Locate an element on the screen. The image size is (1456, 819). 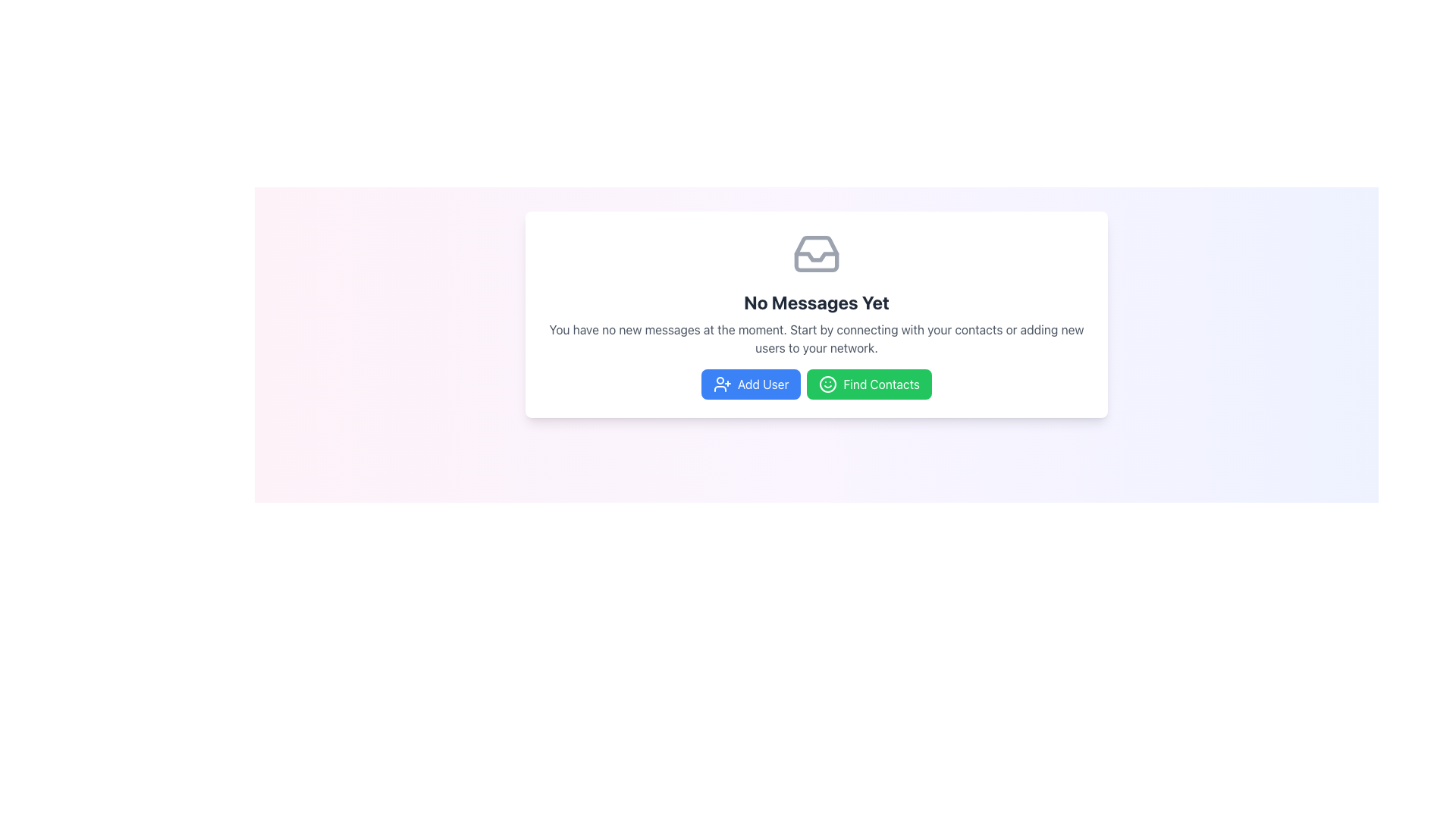
the 'Add User' or 'Find Contacts' button in the Button Group located at the bottom of the 'No Messages Yet' card is located at coordinates (815, 383).